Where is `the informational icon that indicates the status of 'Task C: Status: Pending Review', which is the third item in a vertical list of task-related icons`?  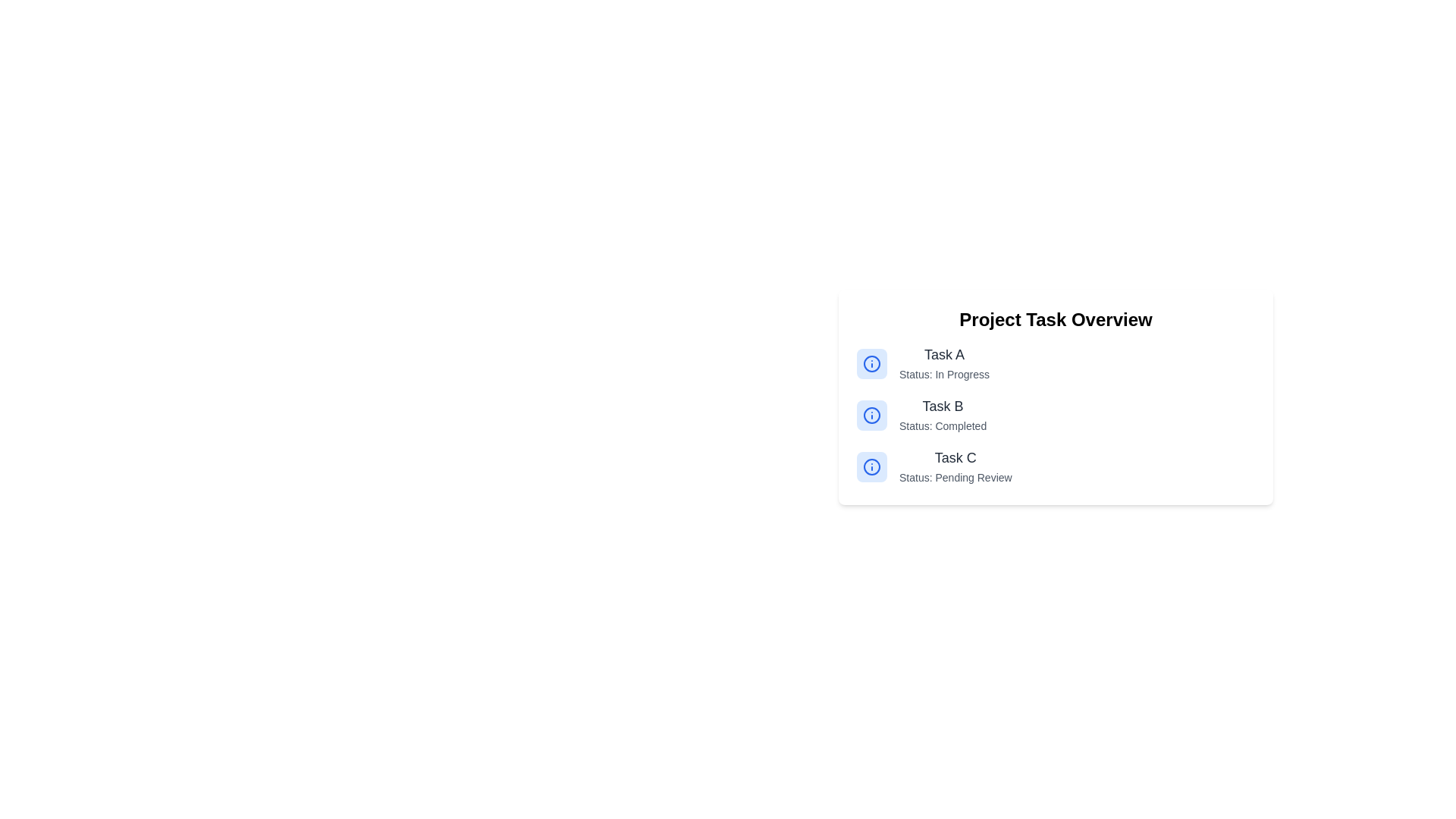 the informational icon that indicates the status of 'Task C: Status: Pending Review', which is the third item in a vertical list of task-related icons is located at coordinates (872, 466).